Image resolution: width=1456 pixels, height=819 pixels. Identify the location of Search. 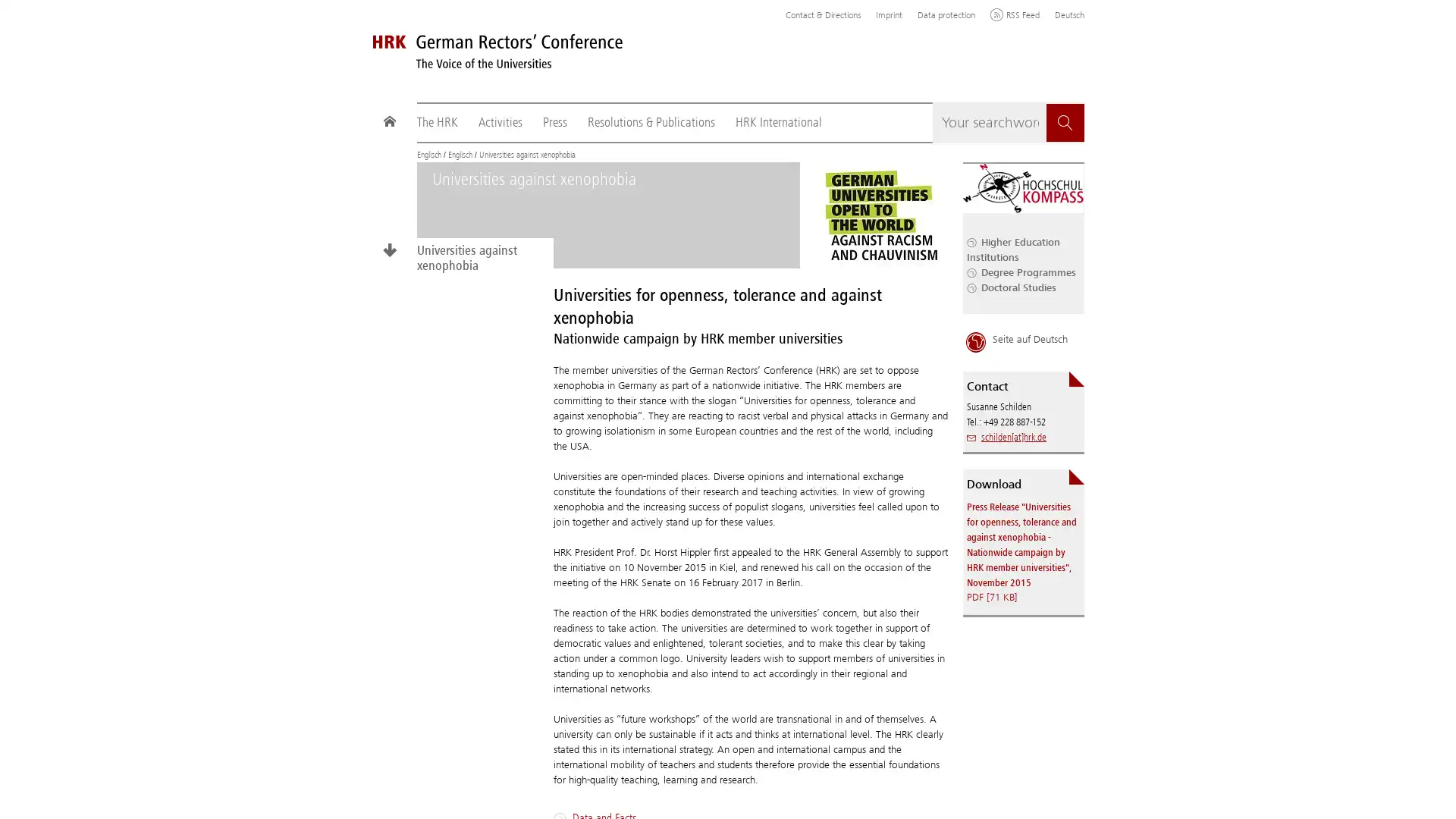
(1065, 122).